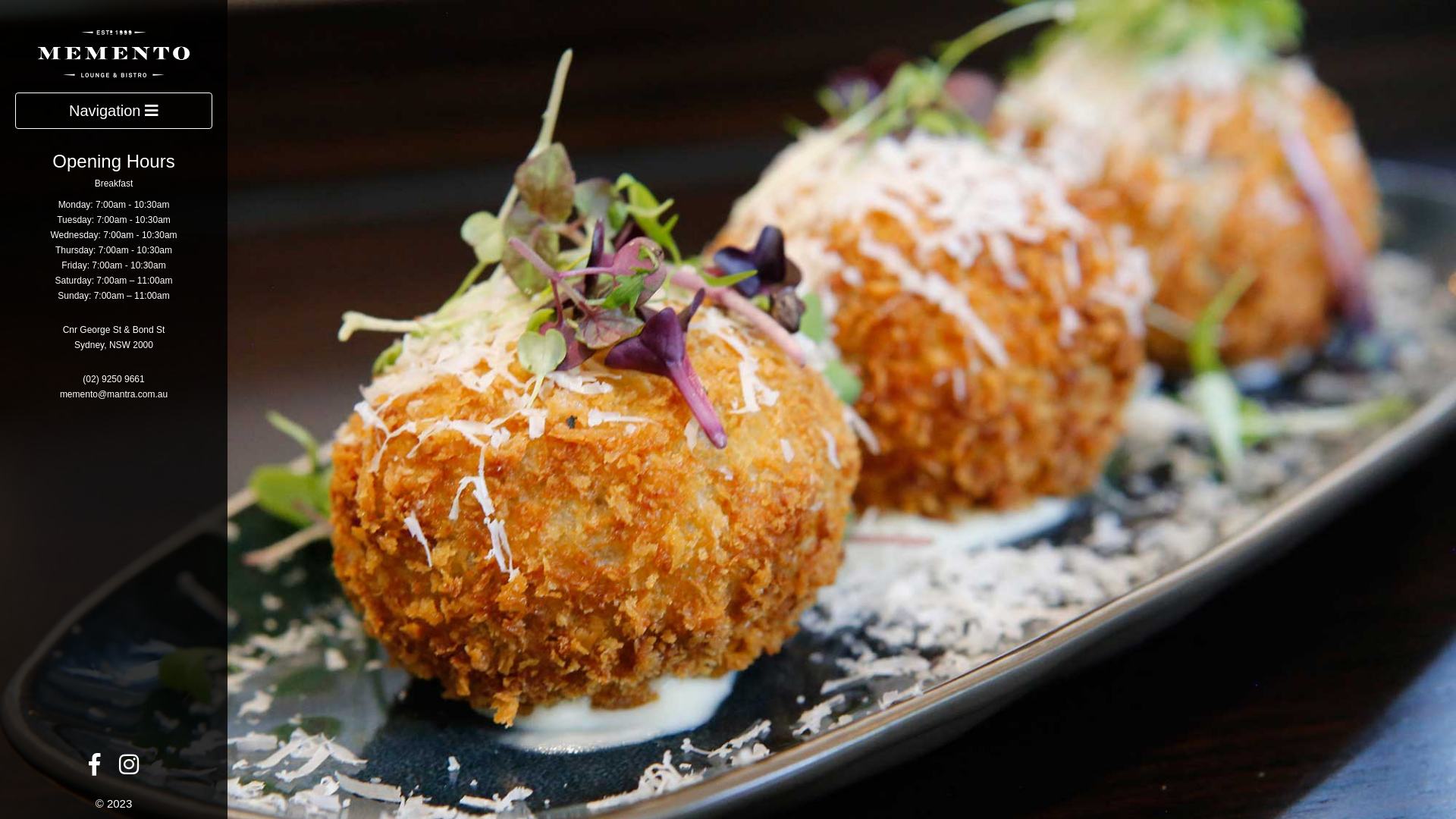  I want to click on 'Instagram', so click(128, 768).